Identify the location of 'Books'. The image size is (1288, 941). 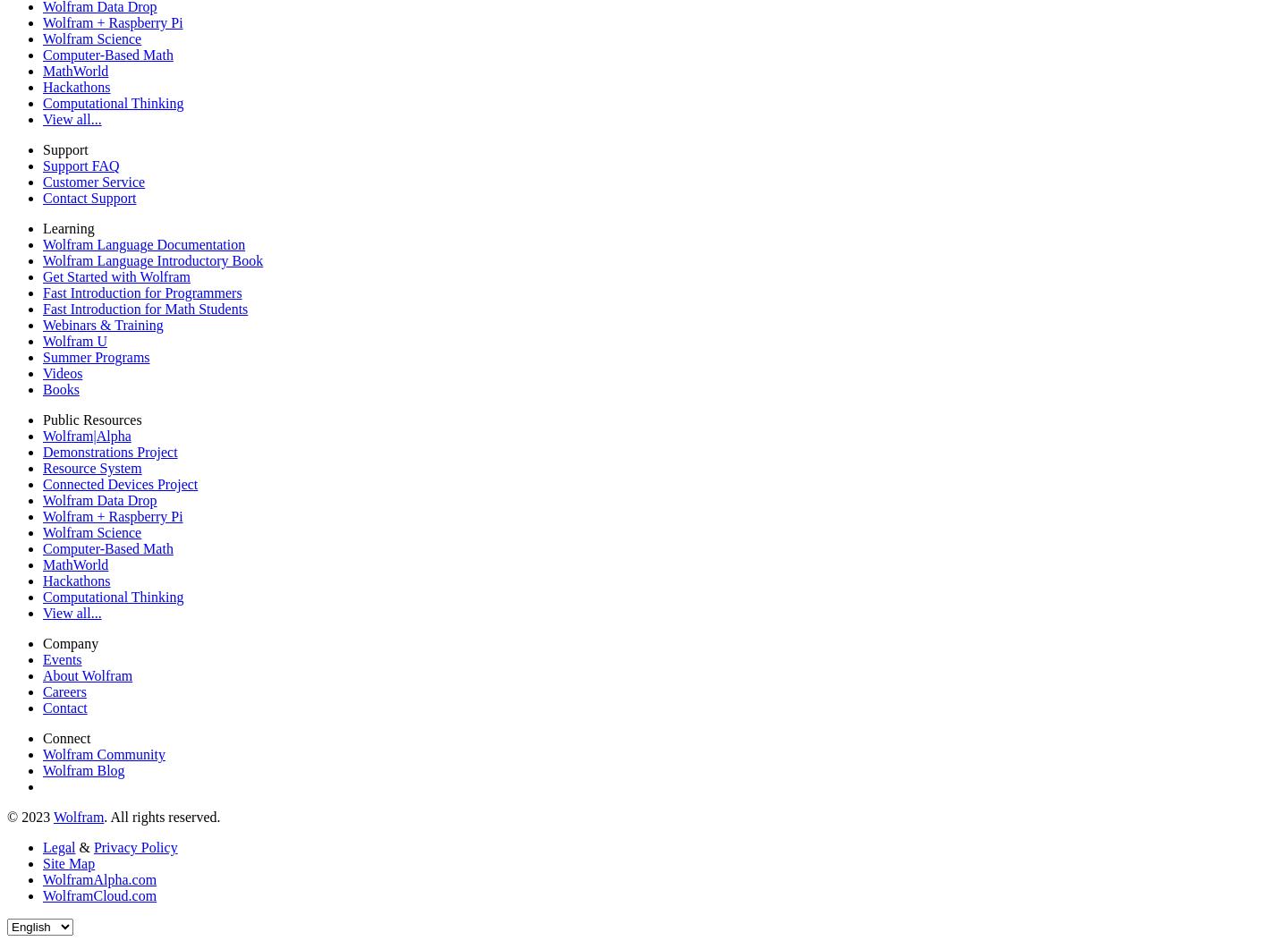
(41, 388).